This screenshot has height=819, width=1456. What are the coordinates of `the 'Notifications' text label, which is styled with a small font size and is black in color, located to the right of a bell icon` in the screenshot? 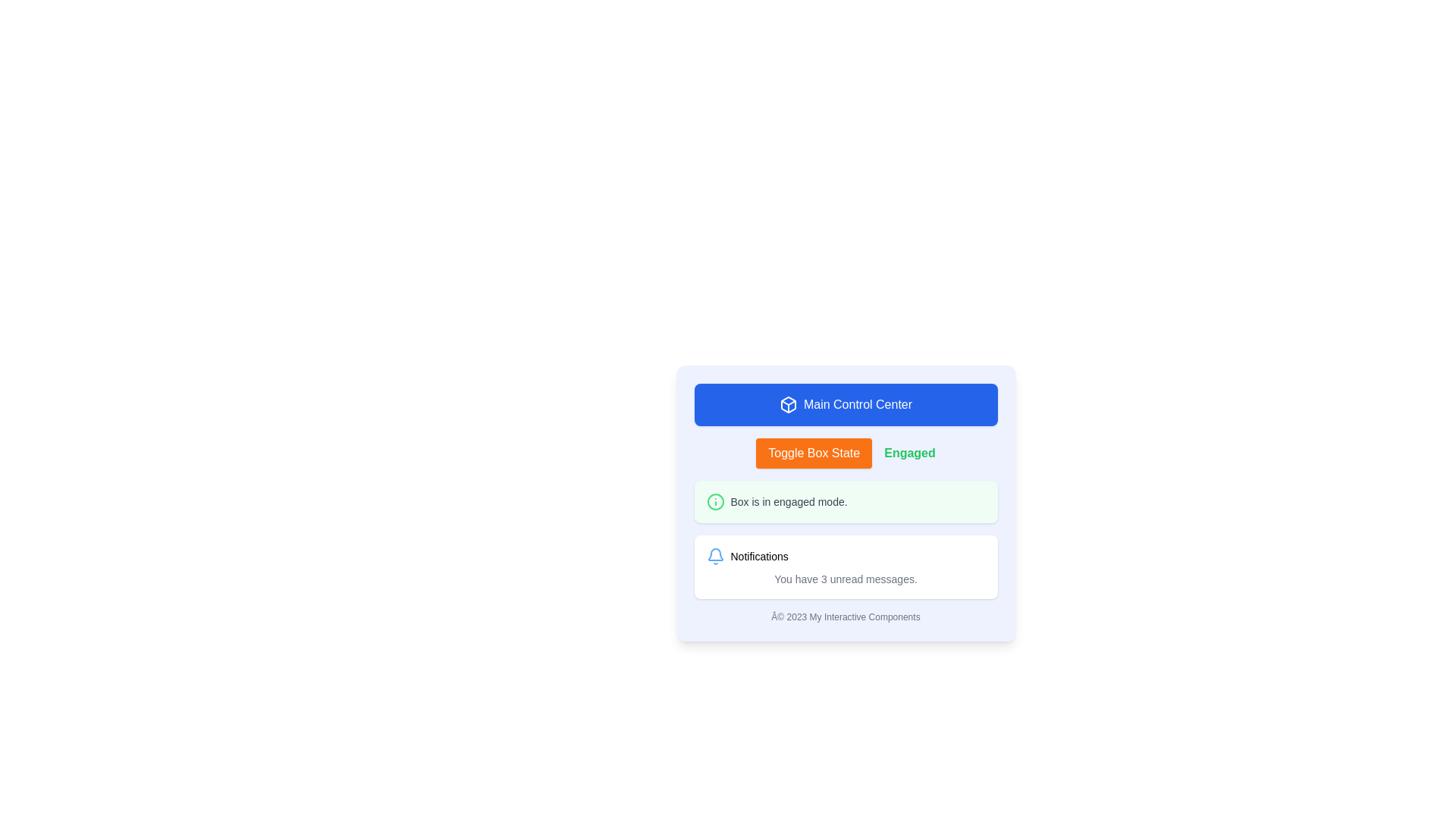 It's located at (759, 556).